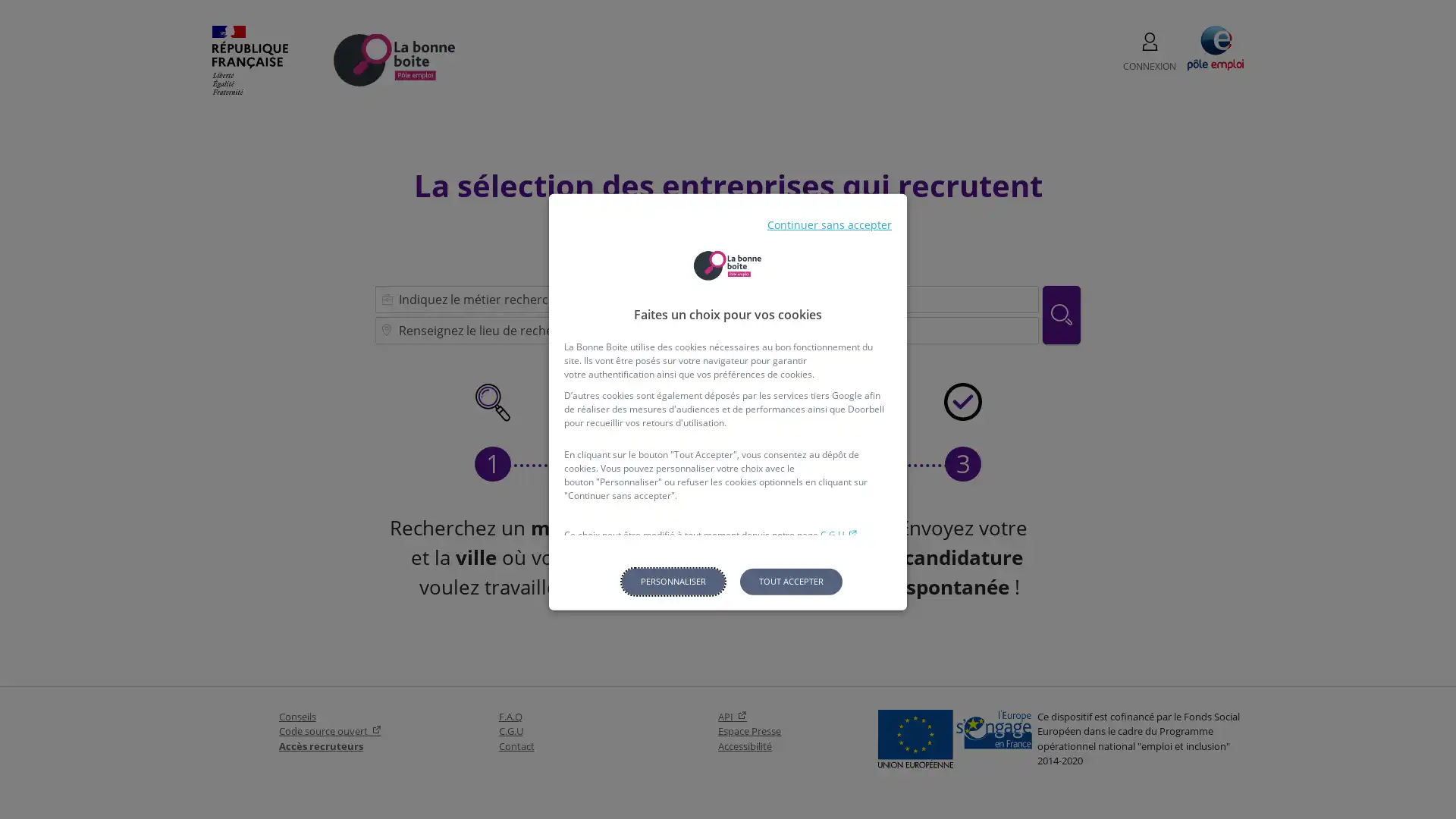  Describe the element at coordinates (789, 580) in the screenshot. I see `Tout accepter` at that location.